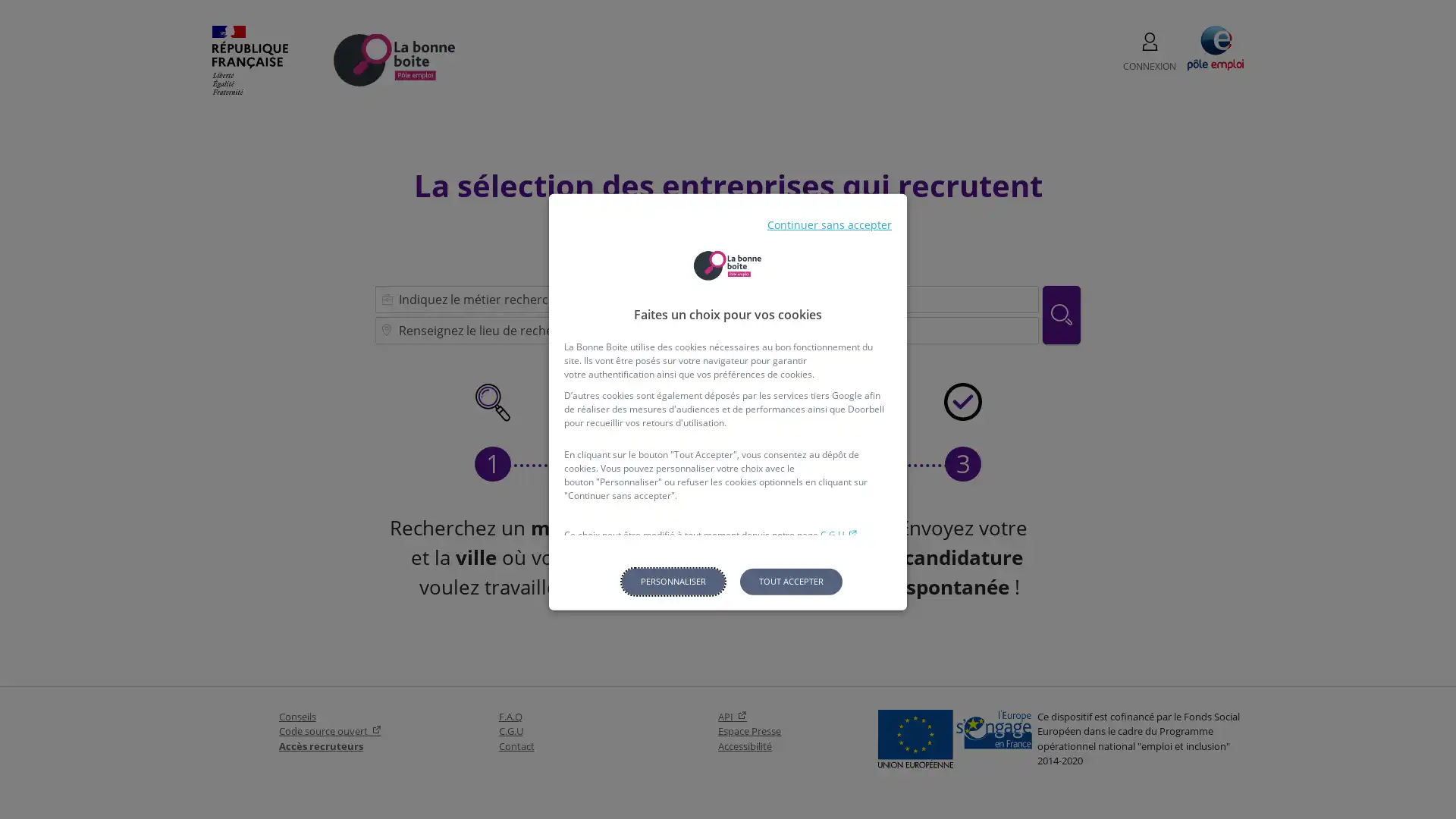  Describe the element at coordinates (789, 580) in the screenshot. I see `Tout accepter` at that location.